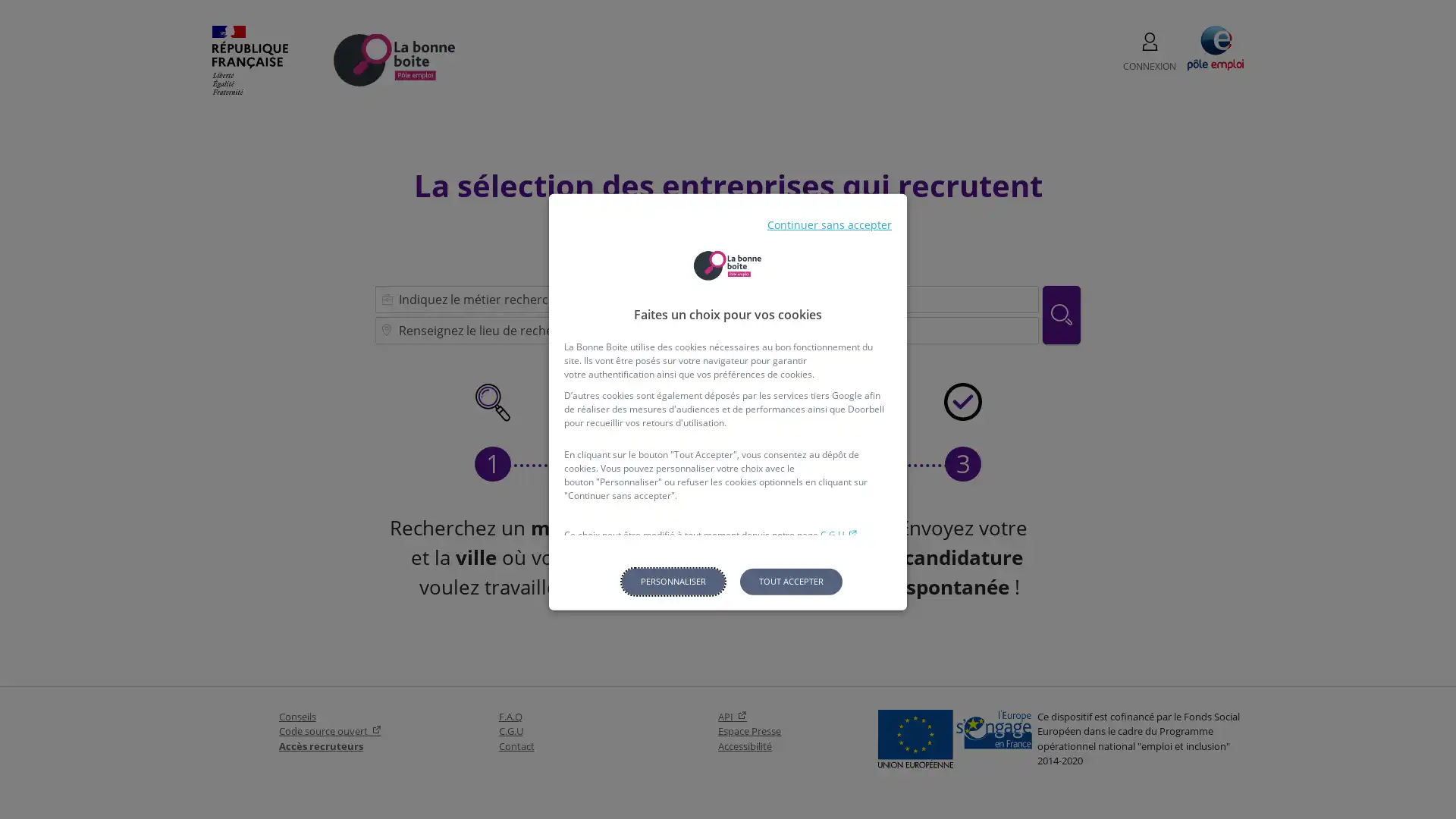  Describe the element at coordinates (789, 580) in the screenshot. I see `Tout accepter` at that location.